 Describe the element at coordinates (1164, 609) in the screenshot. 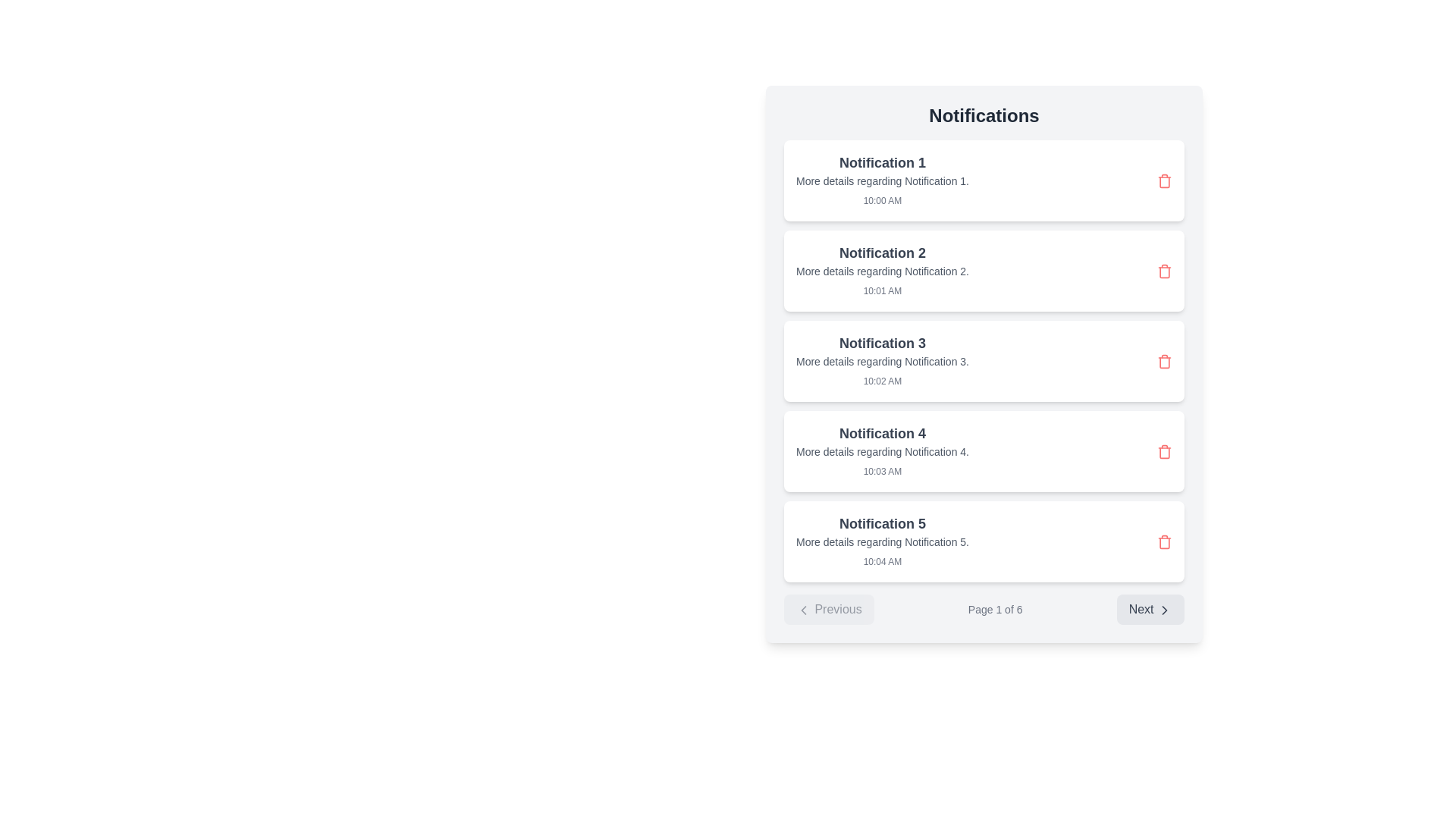

I see `the 'Next' button located at the bottom-right corner of the UI layout, which is represented by a rightward-pointing chevron icon` at that location.